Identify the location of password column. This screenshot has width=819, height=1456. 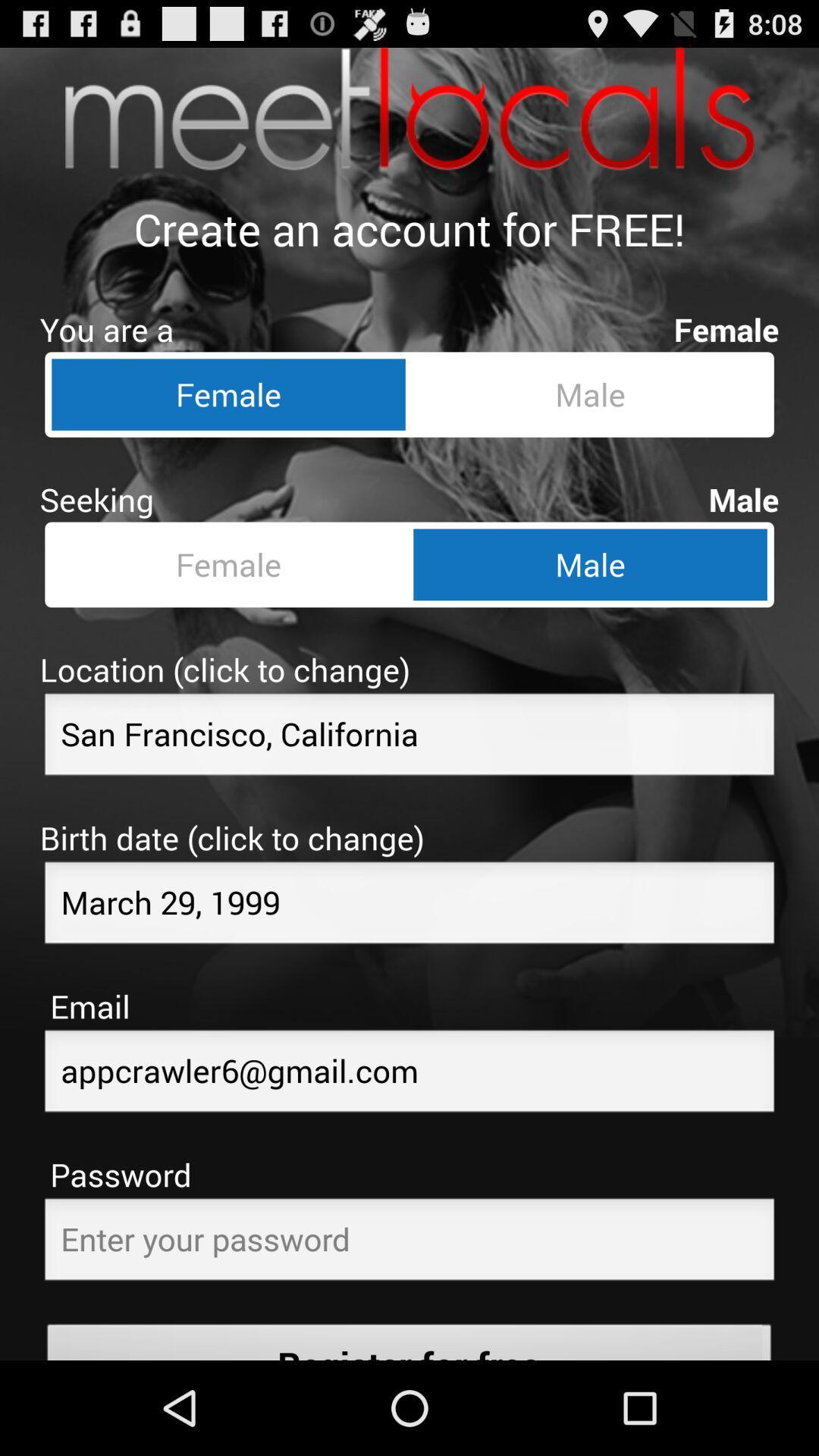
(409, 1244).